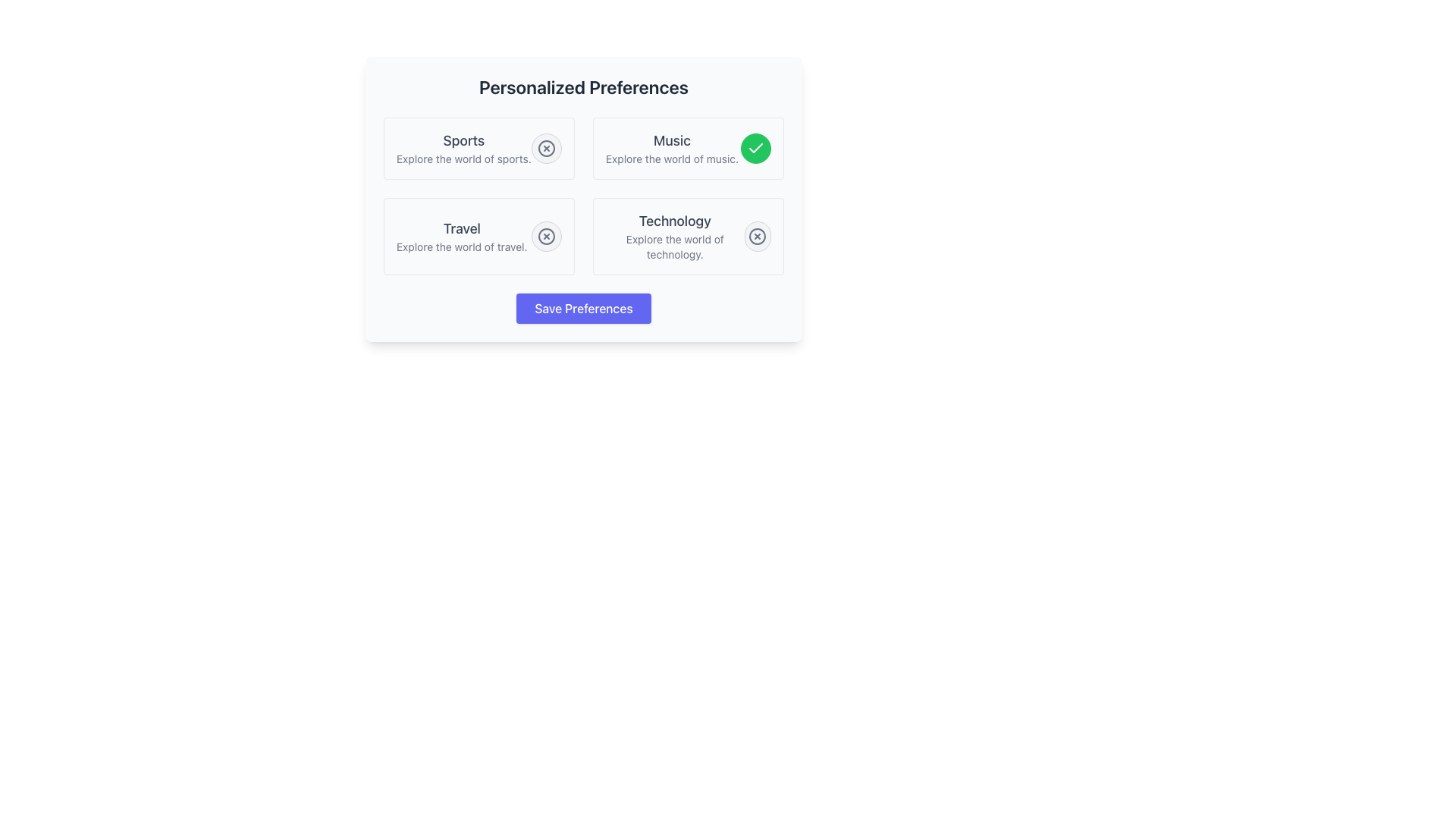  I want to click on the text element that reads 'Explore the world of technology.' located beneath the 'Technology' heading in the bottom-right corner of the interface, so click(674, 246).